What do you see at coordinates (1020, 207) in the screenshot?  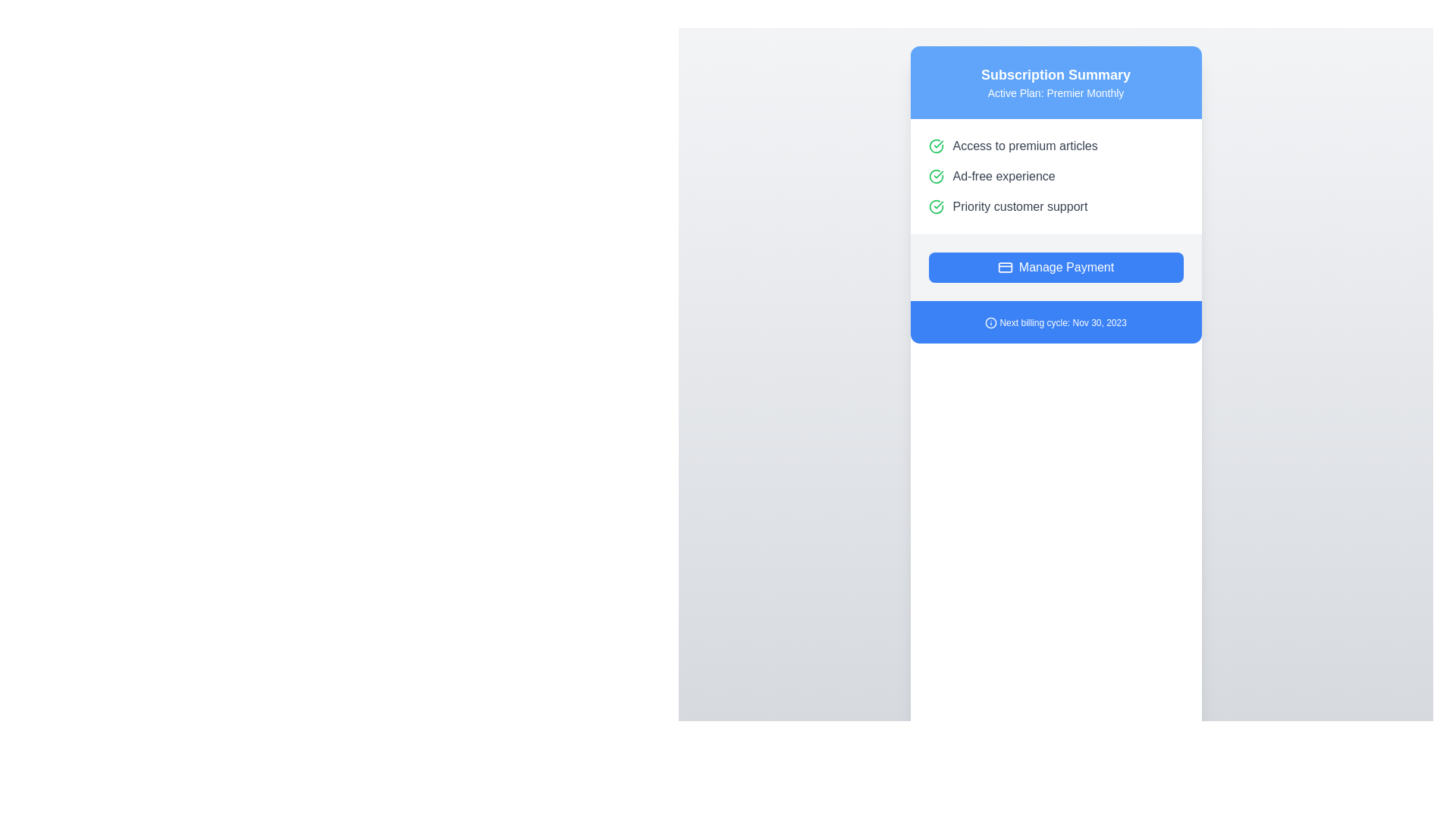 I see `the informational text label that describes priority customer support, located in the third row of the subscription benefits list, between 'Ad-free experience' and the 'Manage Payment' button` at bounding box center [1020, 207].